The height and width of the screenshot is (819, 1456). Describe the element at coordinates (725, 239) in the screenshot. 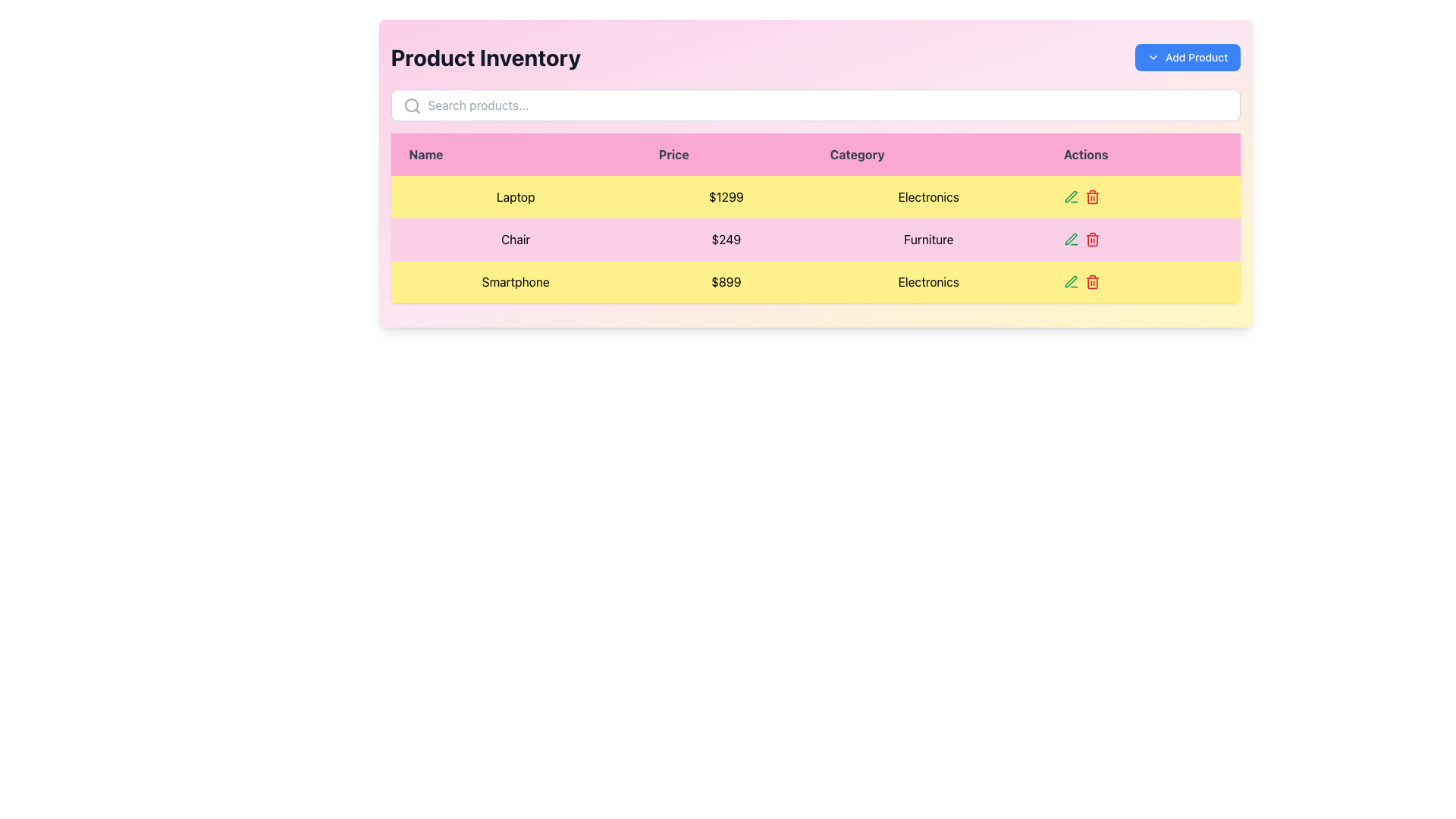

I see `the static text element that displays the product price, located in the second column under the 'Price' header, positioned between the 'Chair' and 'Furniture' elements` at that location.